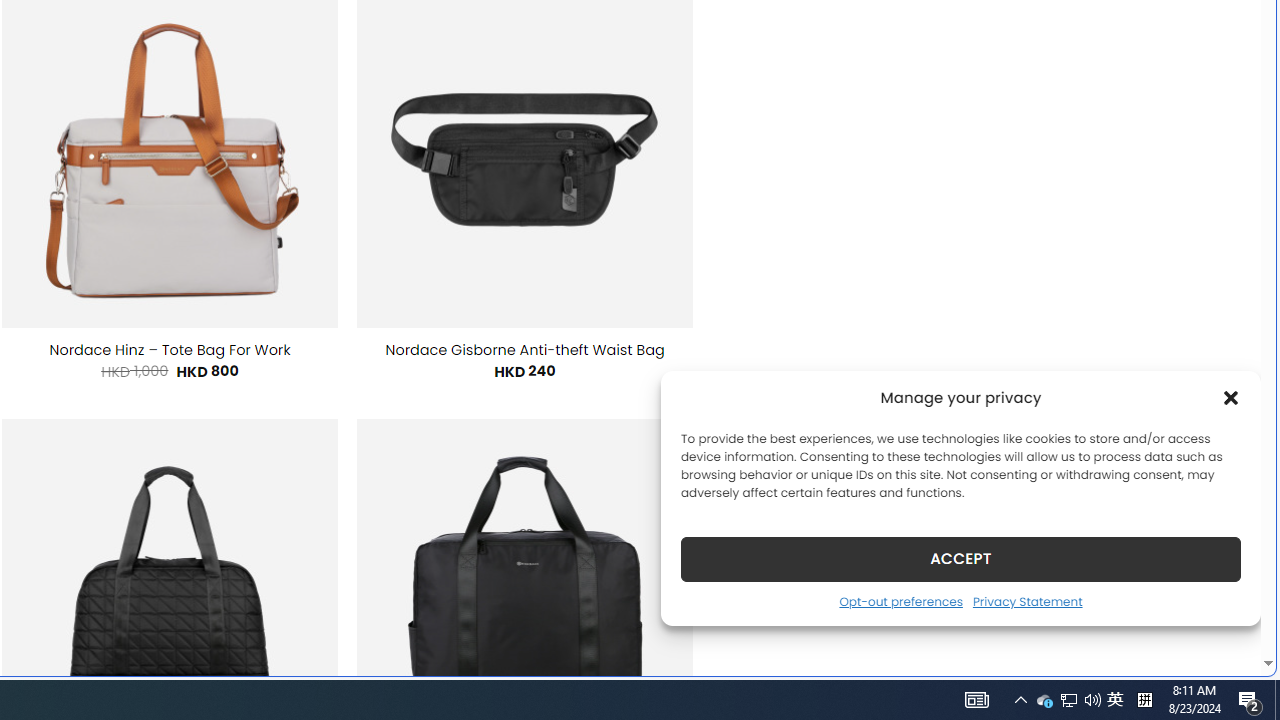 The image size is (1280, 720). What do you see at coordinates (961, 558) in the screenshot?
I see `'ACCEPT'` at bounding box center [961, 558].